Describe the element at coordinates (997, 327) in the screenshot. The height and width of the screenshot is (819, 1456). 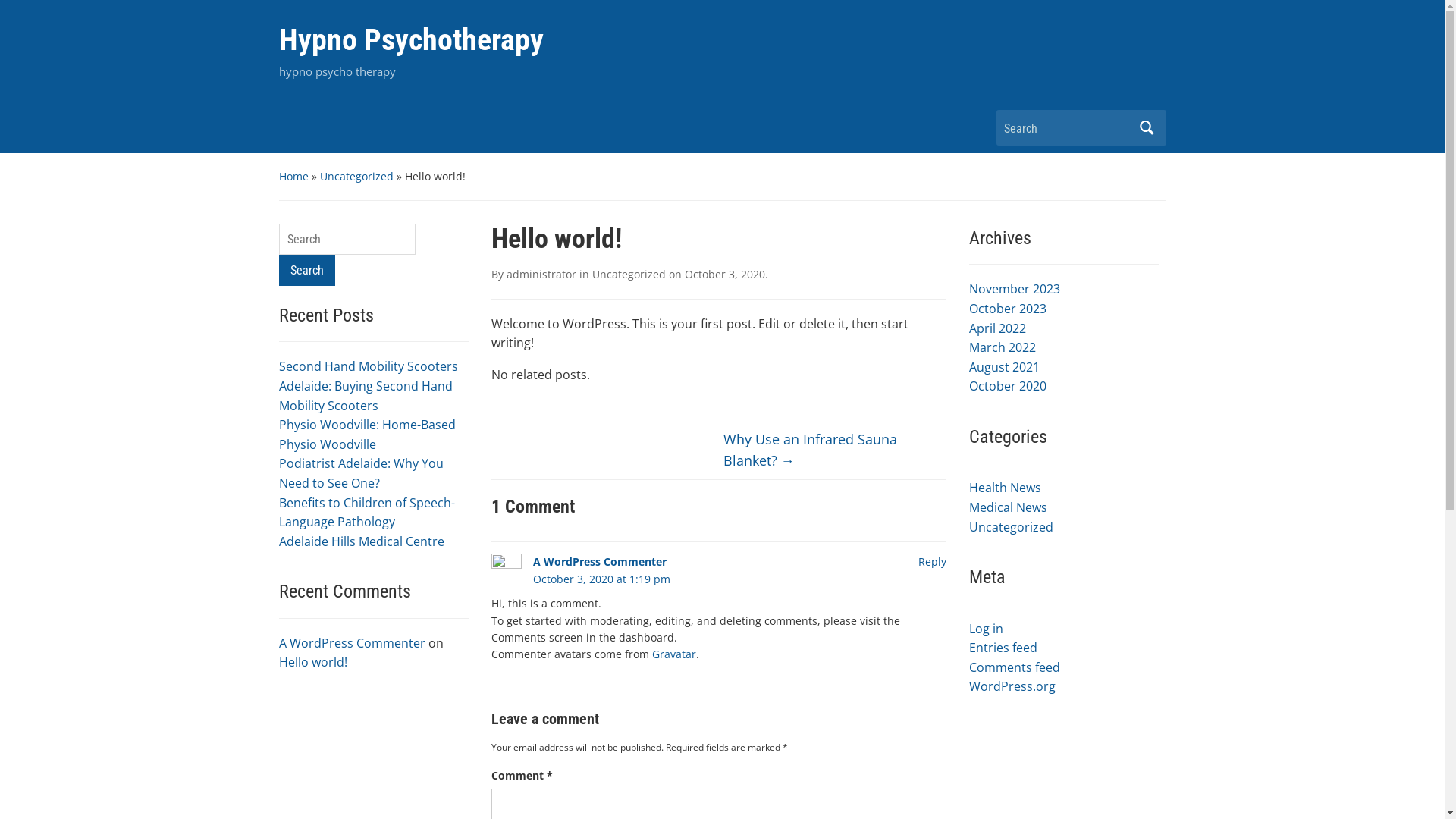
I see `'April 2022'` at that location.